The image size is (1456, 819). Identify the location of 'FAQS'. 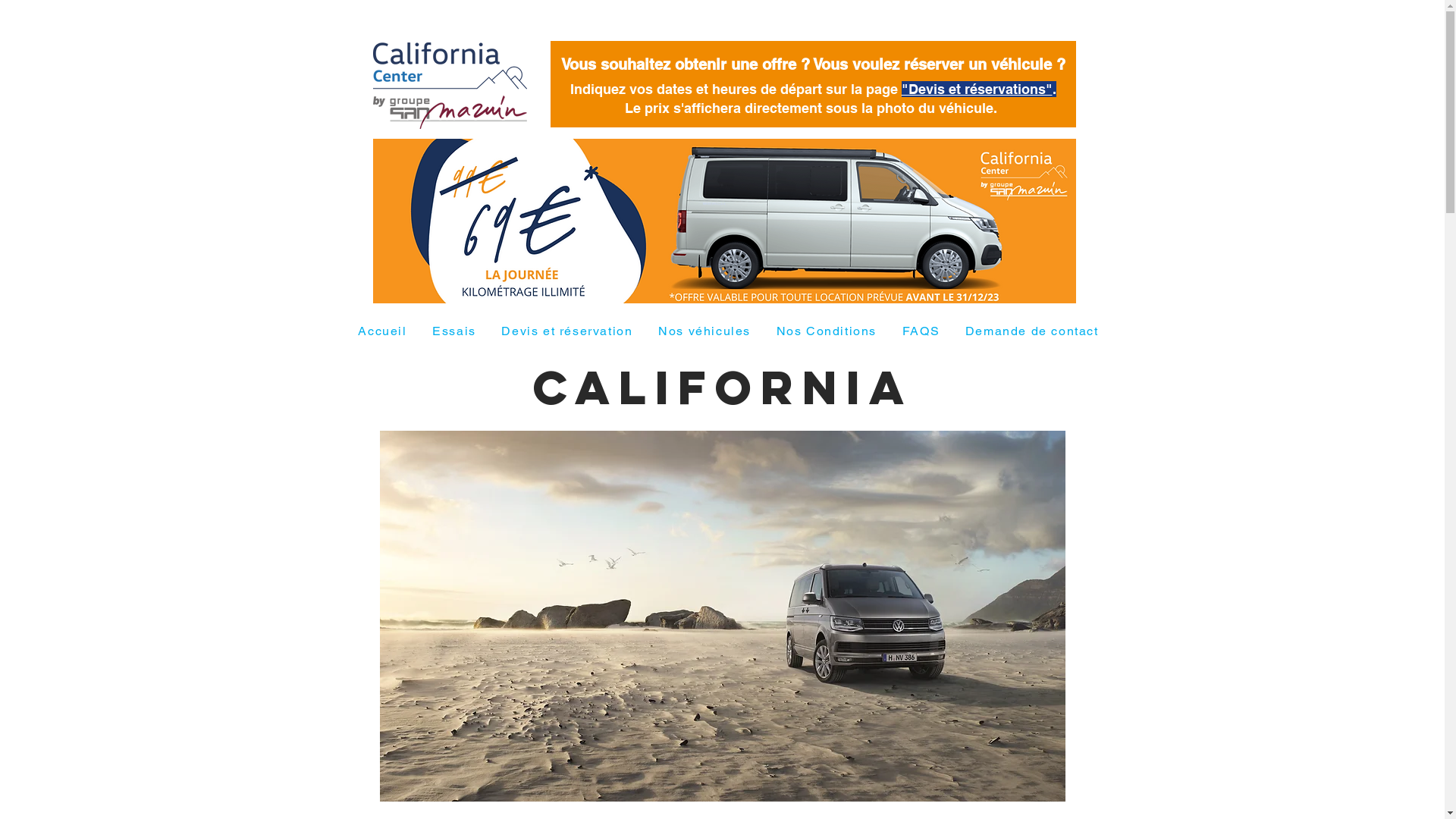
(920, 331).